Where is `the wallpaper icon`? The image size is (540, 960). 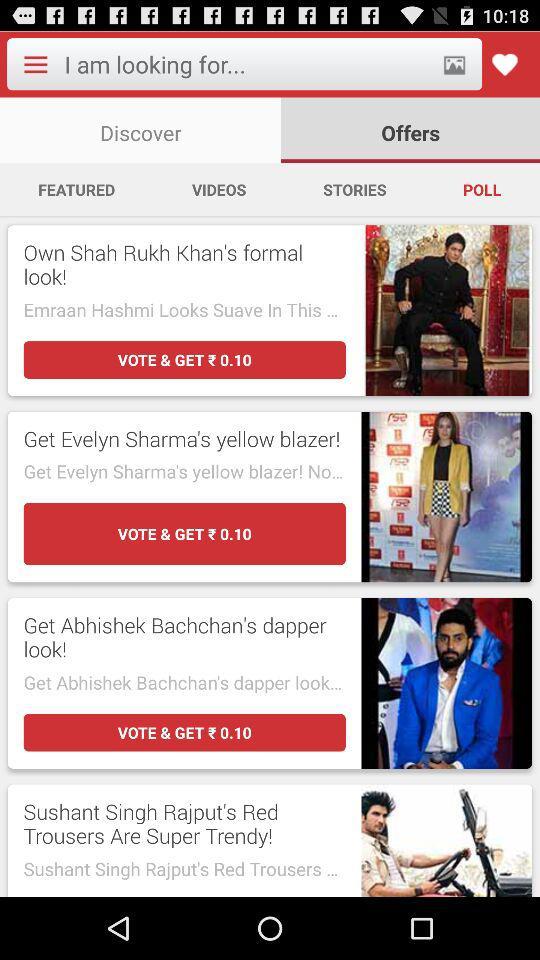 the wallpaper icon is located at coordinates (454, 68).